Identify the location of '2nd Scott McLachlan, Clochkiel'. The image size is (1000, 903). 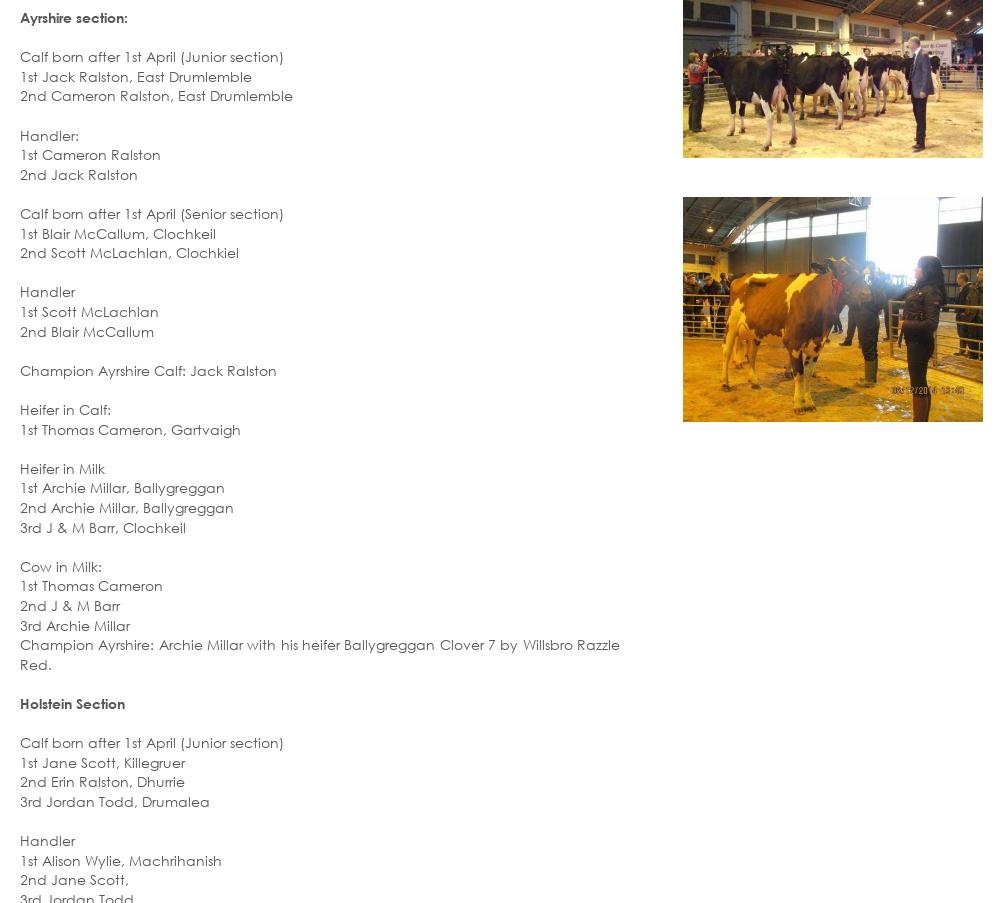
(129, 252).